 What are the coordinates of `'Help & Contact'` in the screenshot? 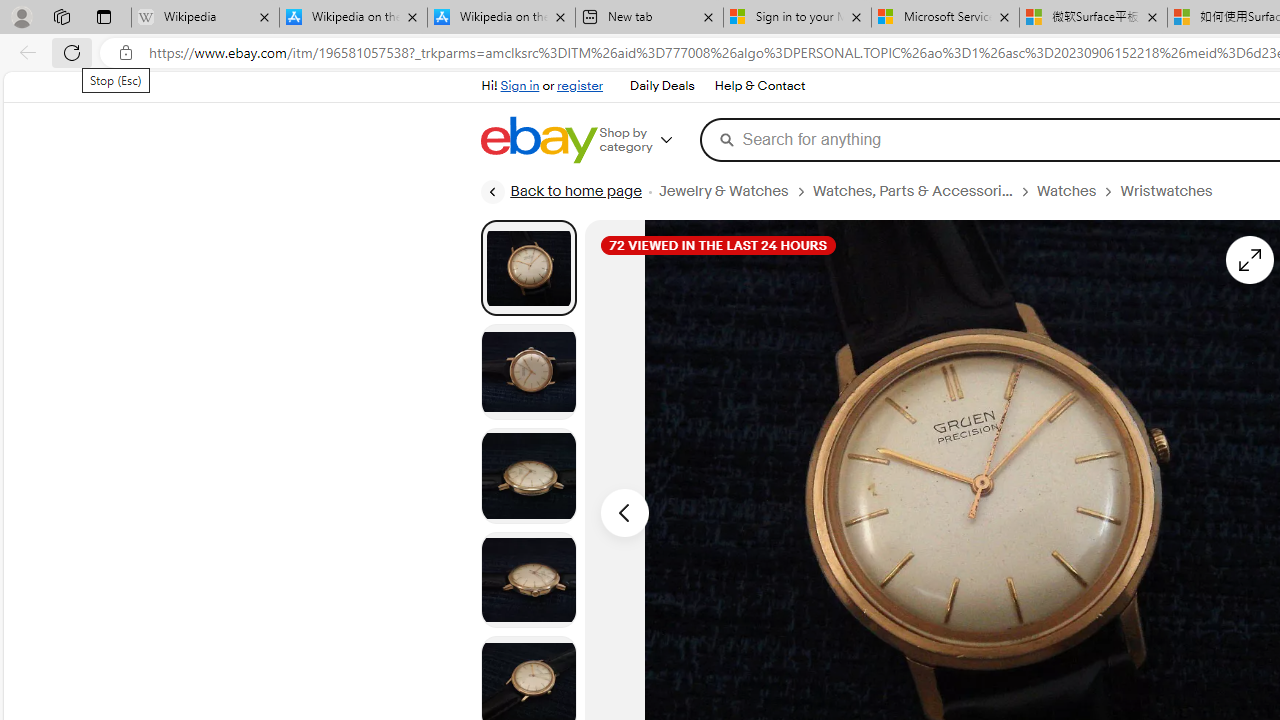 It's located at (758, 85).